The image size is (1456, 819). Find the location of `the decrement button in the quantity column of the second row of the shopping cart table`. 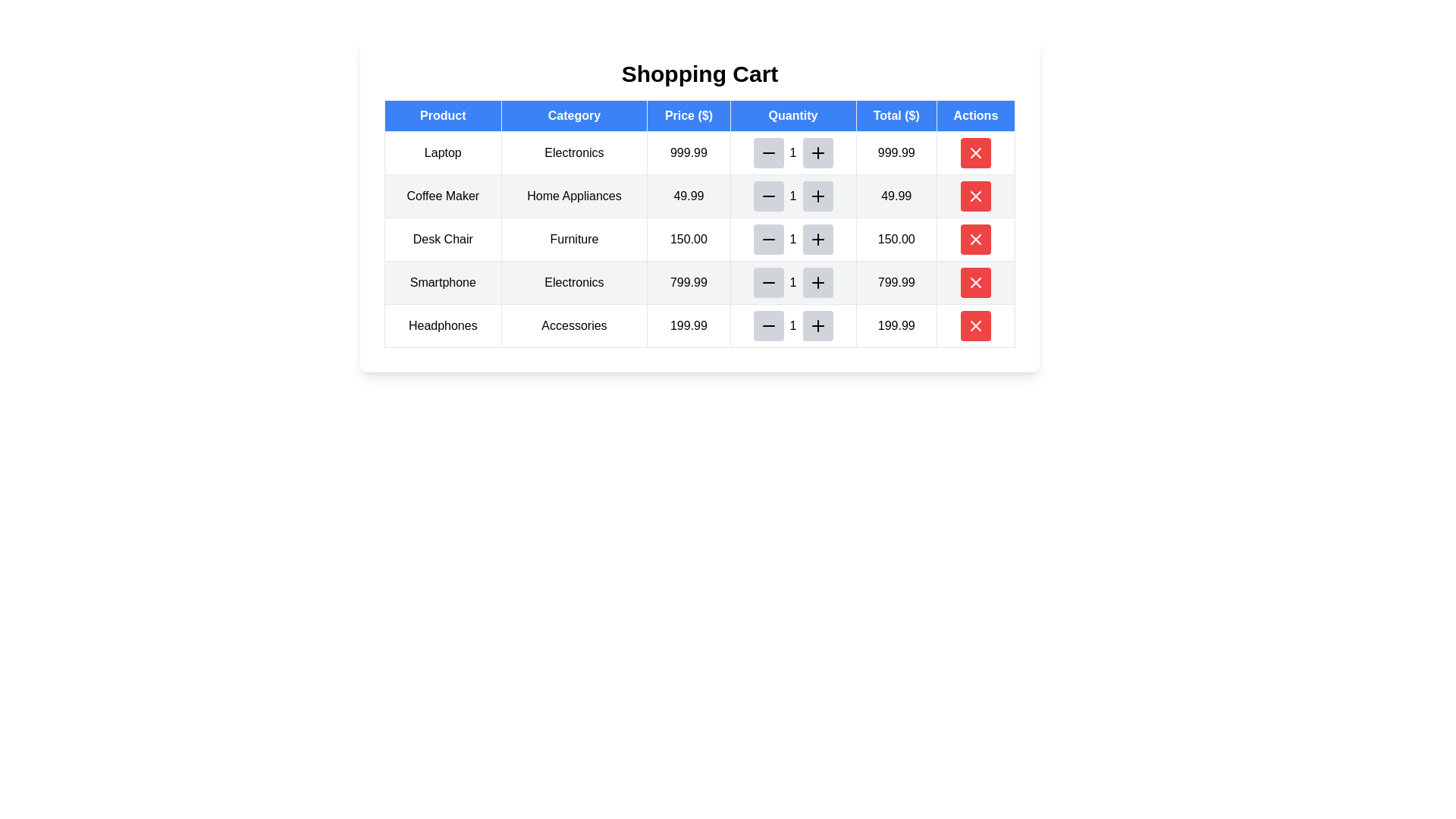

the decrement button in the quantity column of the second row of the shopping cart table is located at coordinates (768, 195).